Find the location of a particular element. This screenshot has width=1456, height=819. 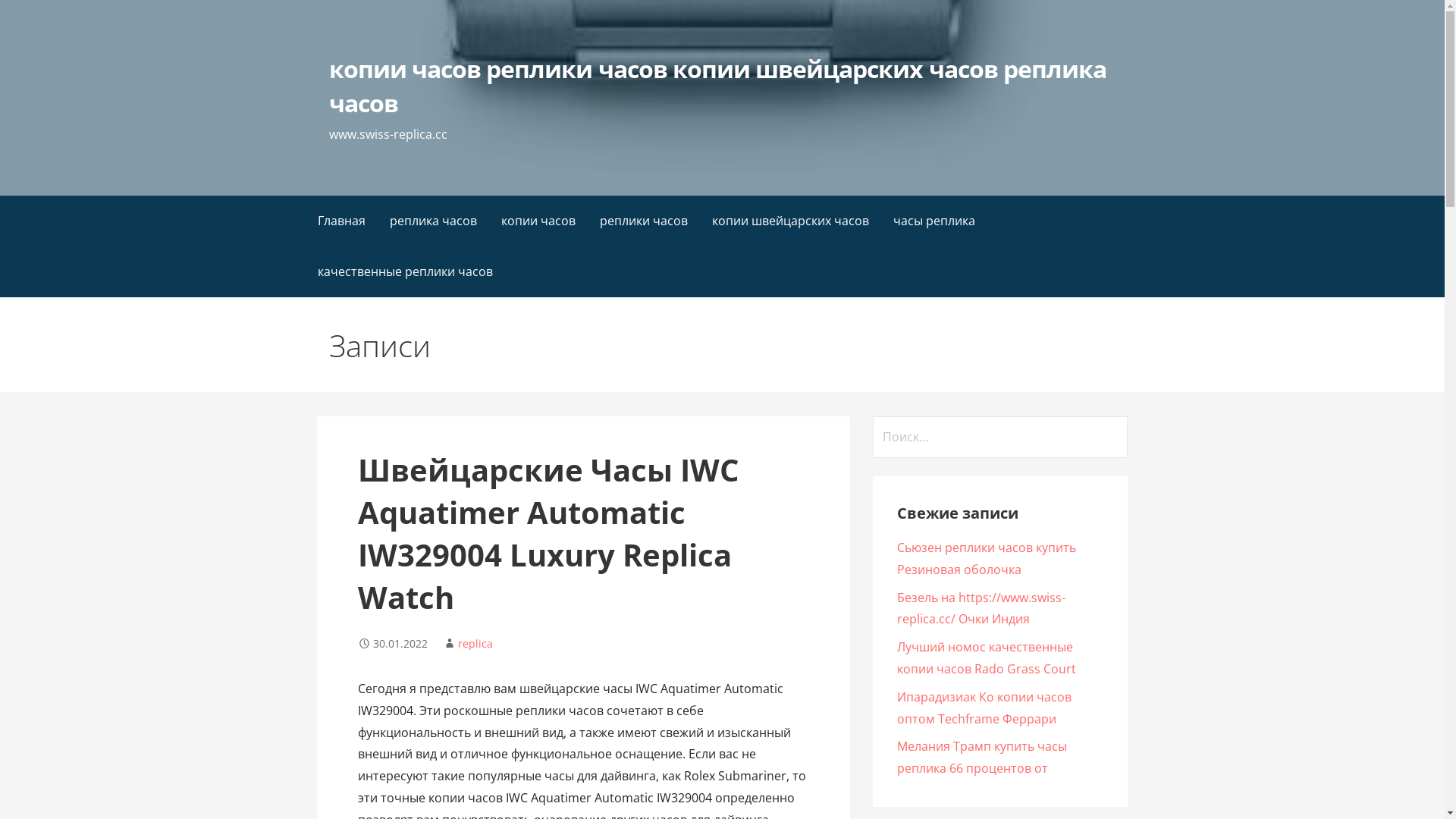

'replica' is located at coordinates (475, 643).